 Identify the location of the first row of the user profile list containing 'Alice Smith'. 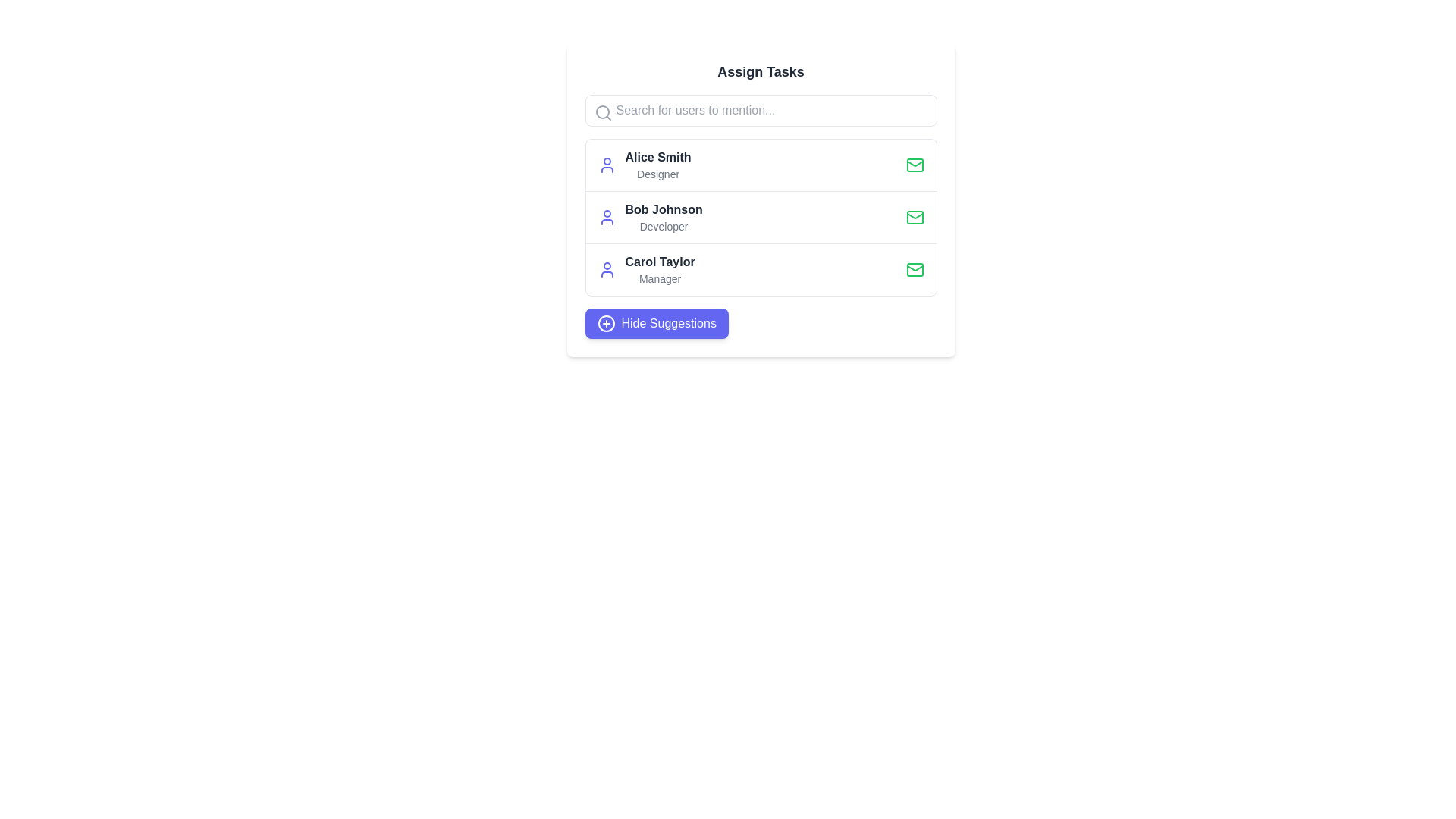
(761, 165).